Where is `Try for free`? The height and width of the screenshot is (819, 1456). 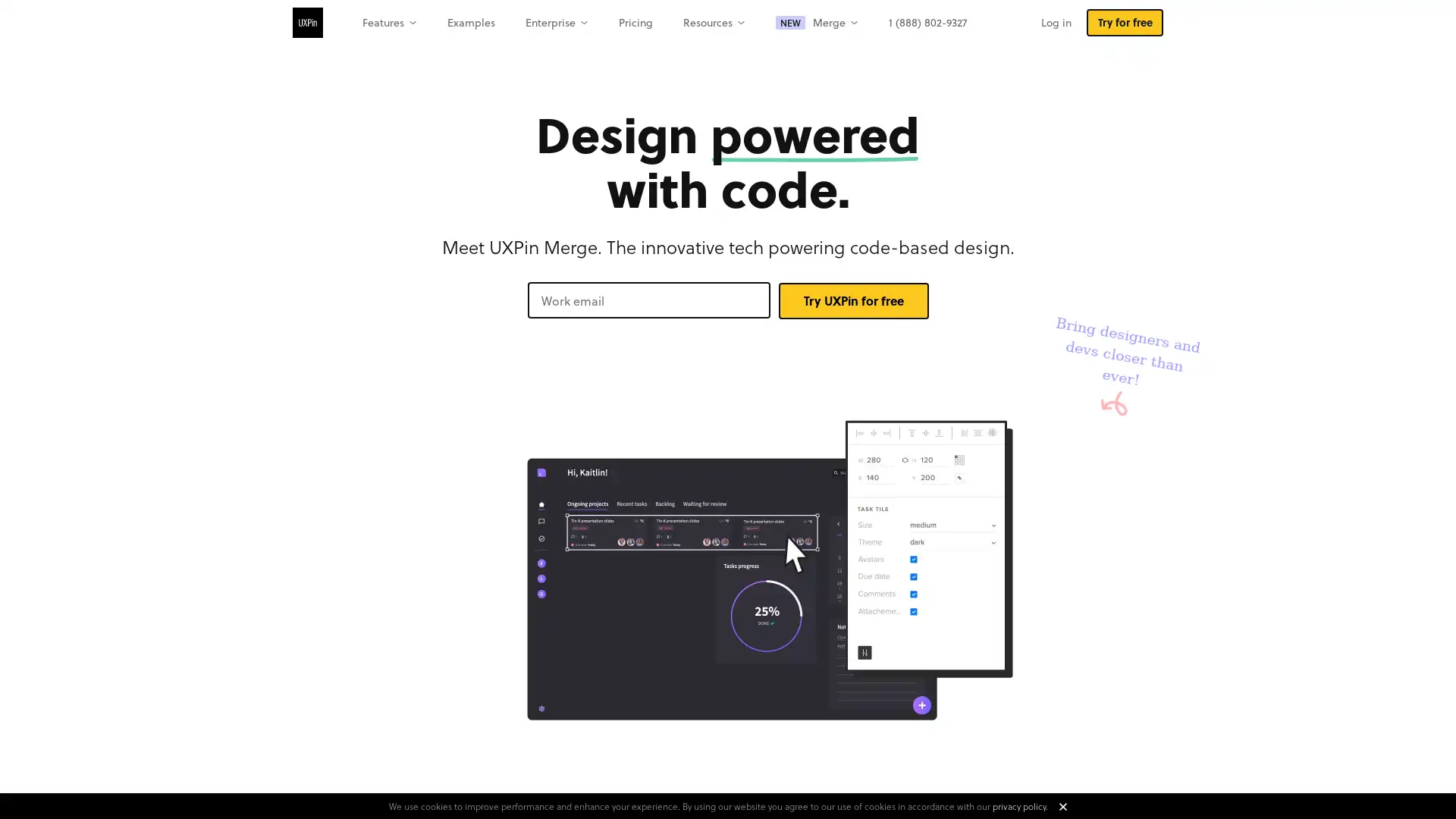 Try for free is located at coordinates (1125, 23).